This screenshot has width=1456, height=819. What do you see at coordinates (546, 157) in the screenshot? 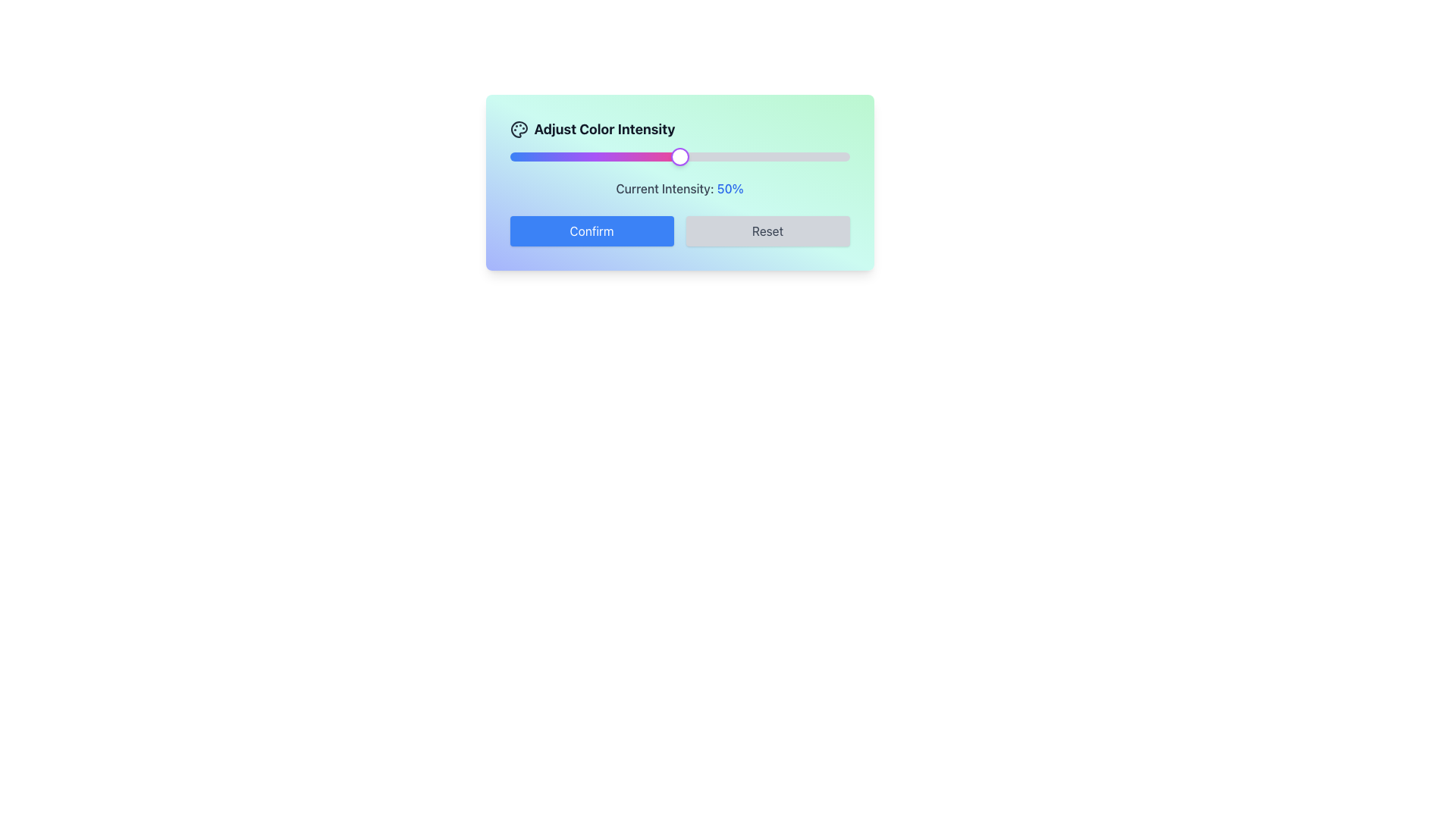
I see `the color intensity` at bounding box center [546, 157].